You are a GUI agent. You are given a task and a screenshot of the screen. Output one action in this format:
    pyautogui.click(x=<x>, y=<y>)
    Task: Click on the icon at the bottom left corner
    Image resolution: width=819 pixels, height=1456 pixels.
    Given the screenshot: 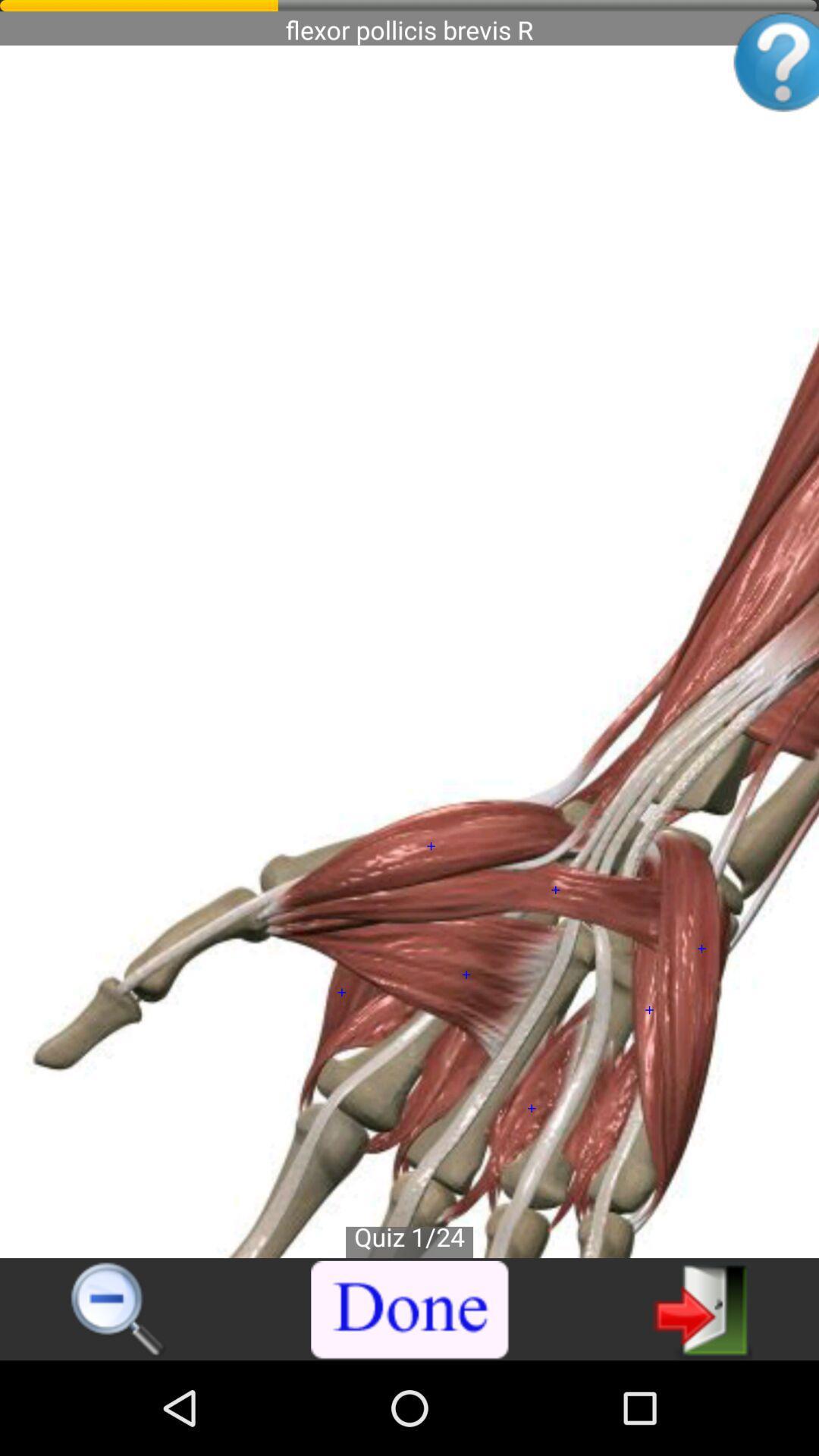 What is the action you would take?
    pyautogui.click(x=118, y=1310)
    